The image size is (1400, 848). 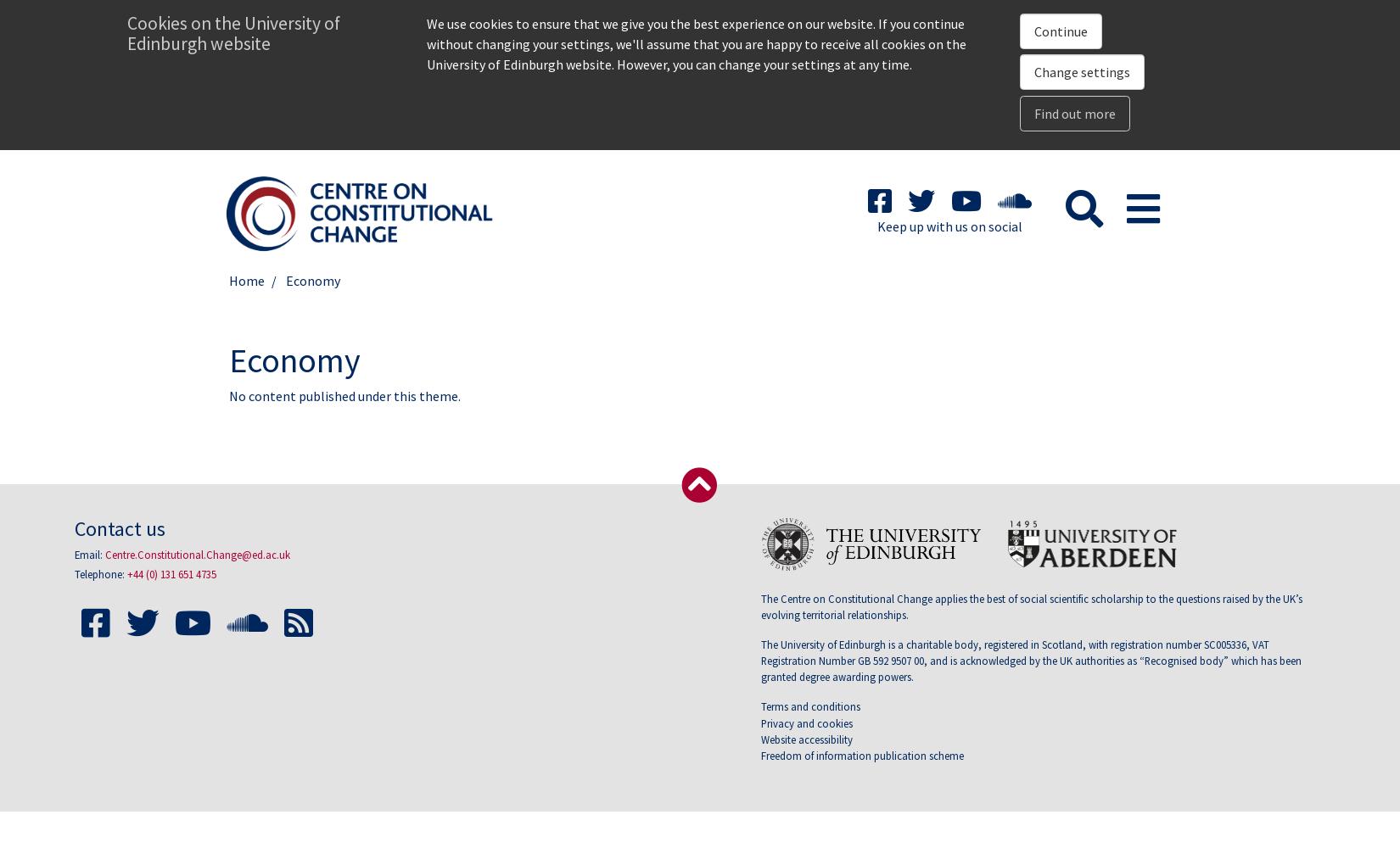 What do you see at coordinates (247, 280) in the screenshot?
I see `'Home'` at bounding box center [247, 280].